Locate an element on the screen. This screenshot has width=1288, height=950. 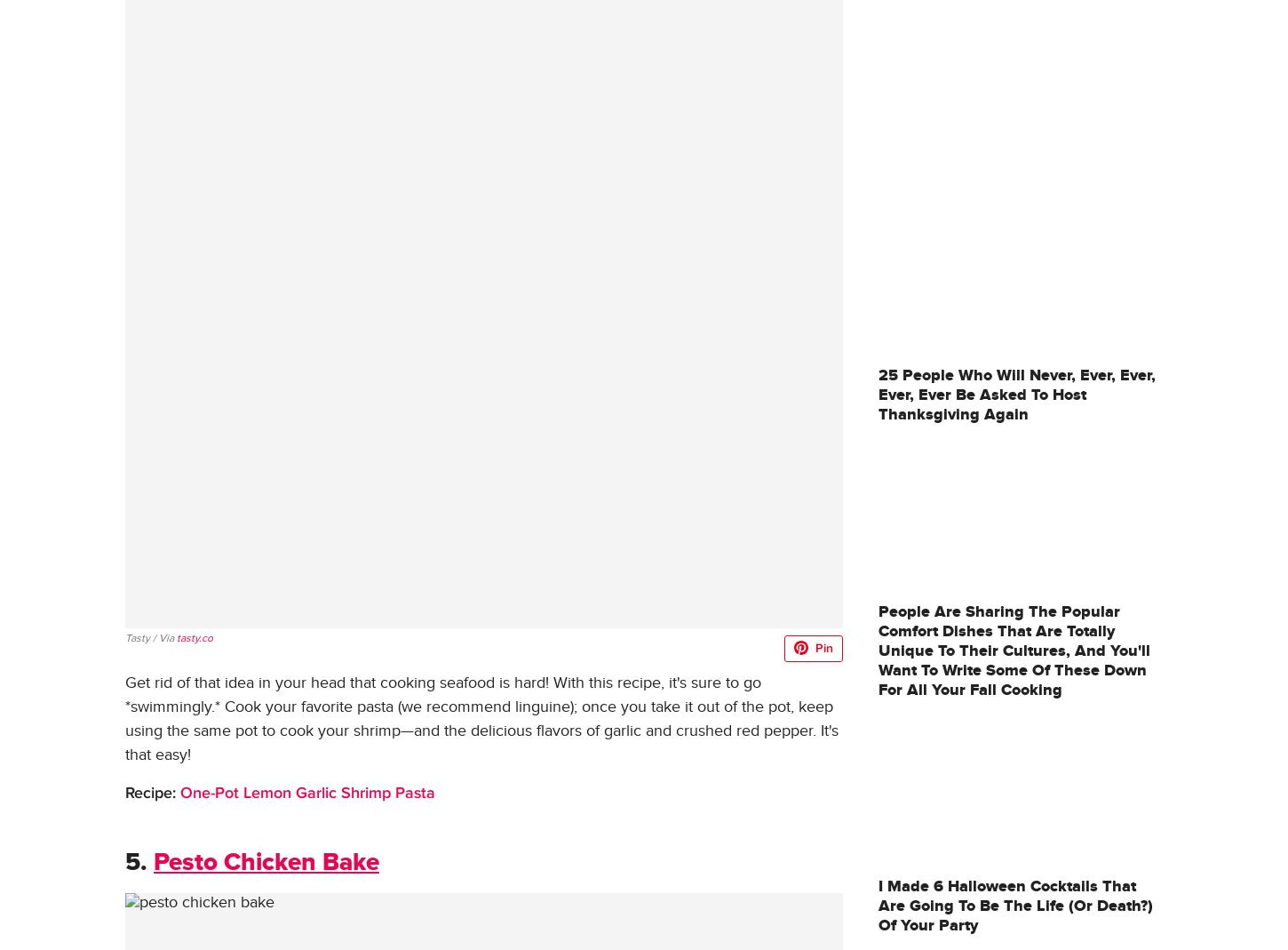
'One-Pot Lemon Garlic Shrimp Pasta' is located at coordinates (307, 791).